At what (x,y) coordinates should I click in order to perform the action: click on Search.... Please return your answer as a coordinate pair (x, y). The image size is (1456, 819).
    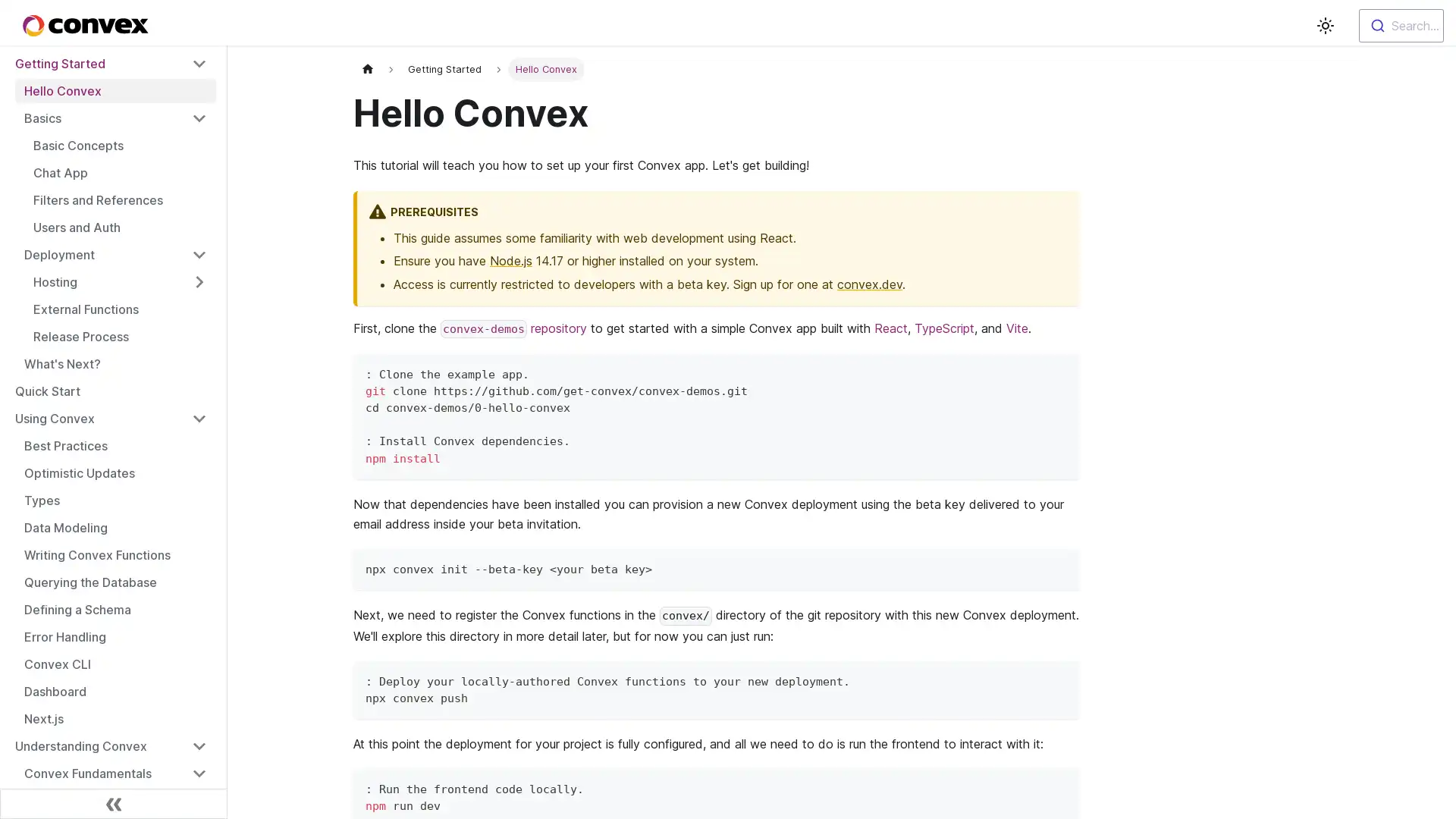
    Looking at the image, I should click on (1401, 26).